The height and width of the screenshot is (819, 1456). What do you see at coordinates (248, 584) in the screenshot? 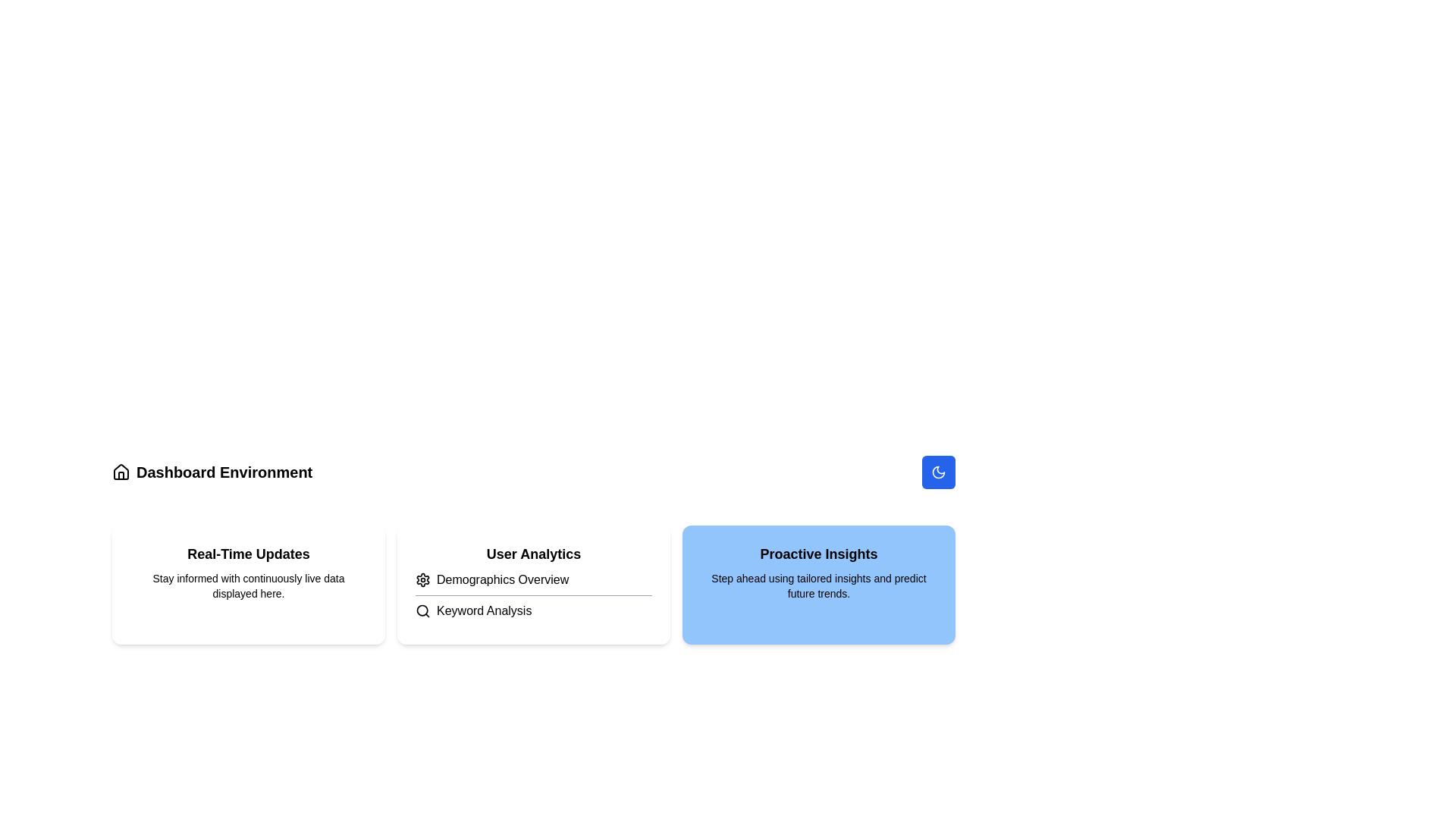
I see `displayed information from the first Informational card in the three-card grid layout, which is positioned on the far left and provides real-time updates regarding live data` at bounding box center [248, 584].